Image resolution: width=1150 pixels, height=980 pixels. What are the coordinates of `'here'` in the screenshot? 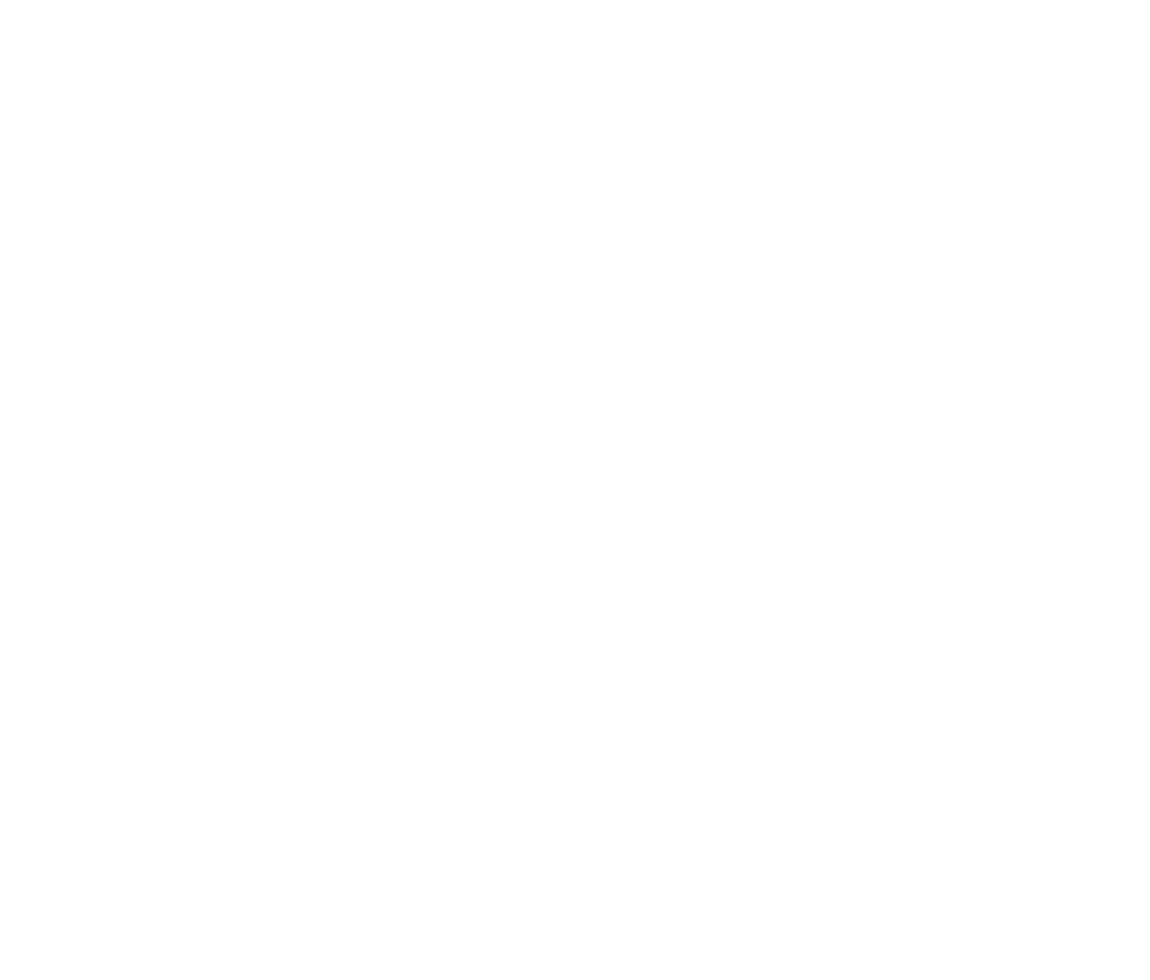 It's located at (343, 851).